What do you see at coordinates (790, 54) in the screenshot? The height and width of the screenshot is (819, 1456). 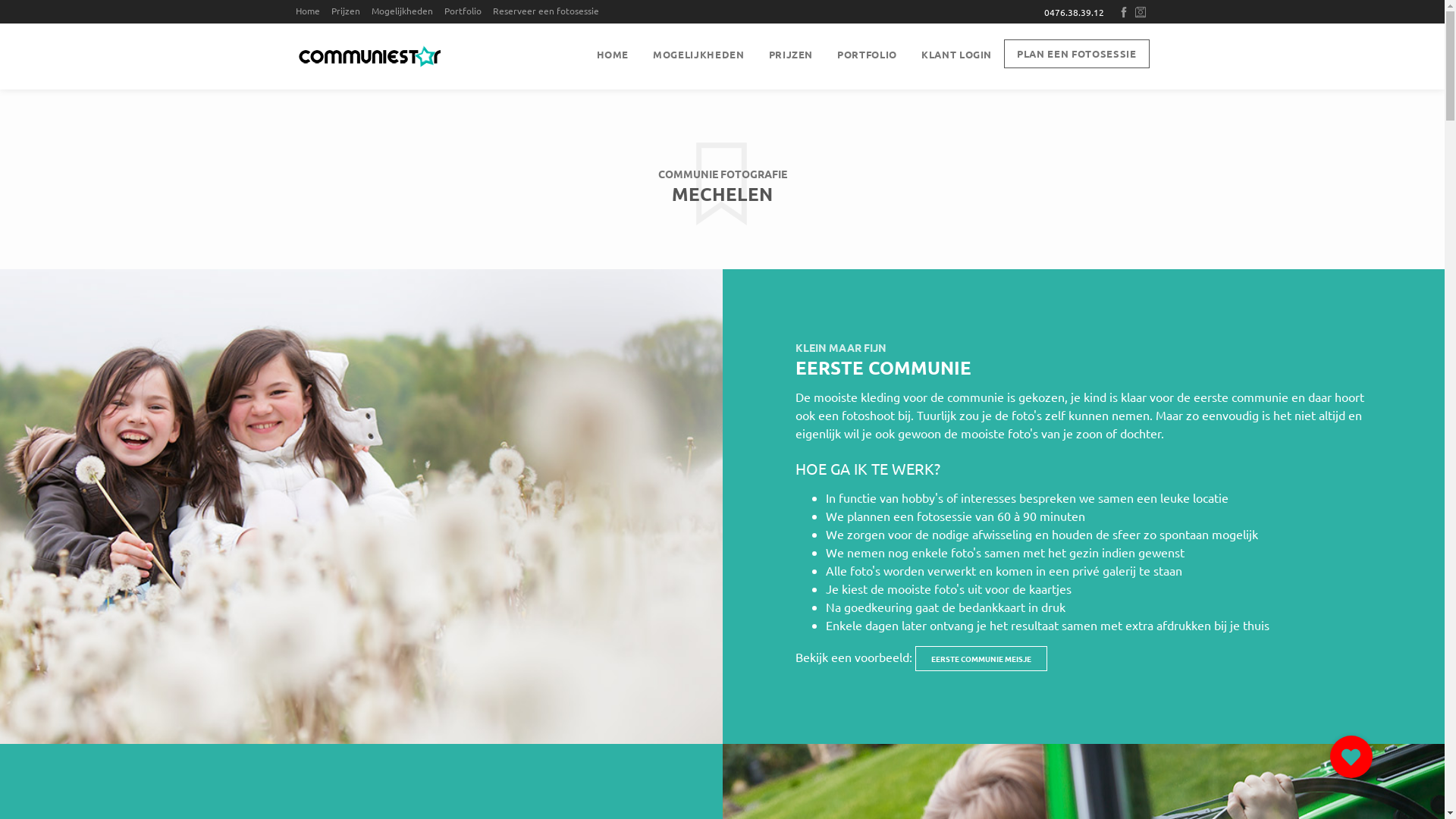 I see `'PRIJZEN'` at bounding box center [790, 54].